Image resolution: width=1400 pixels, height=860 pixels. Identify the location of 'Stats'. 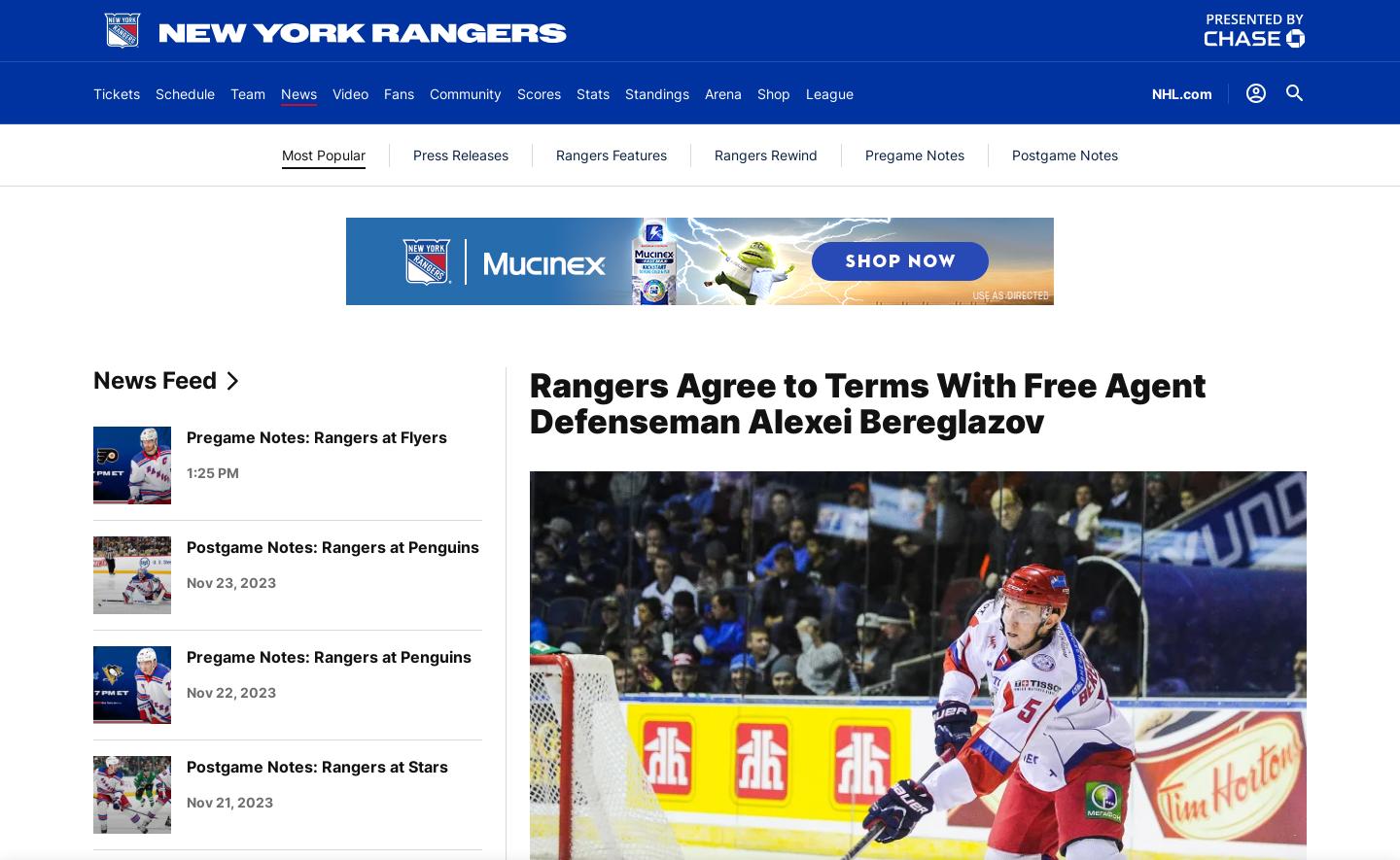
(591, 92).